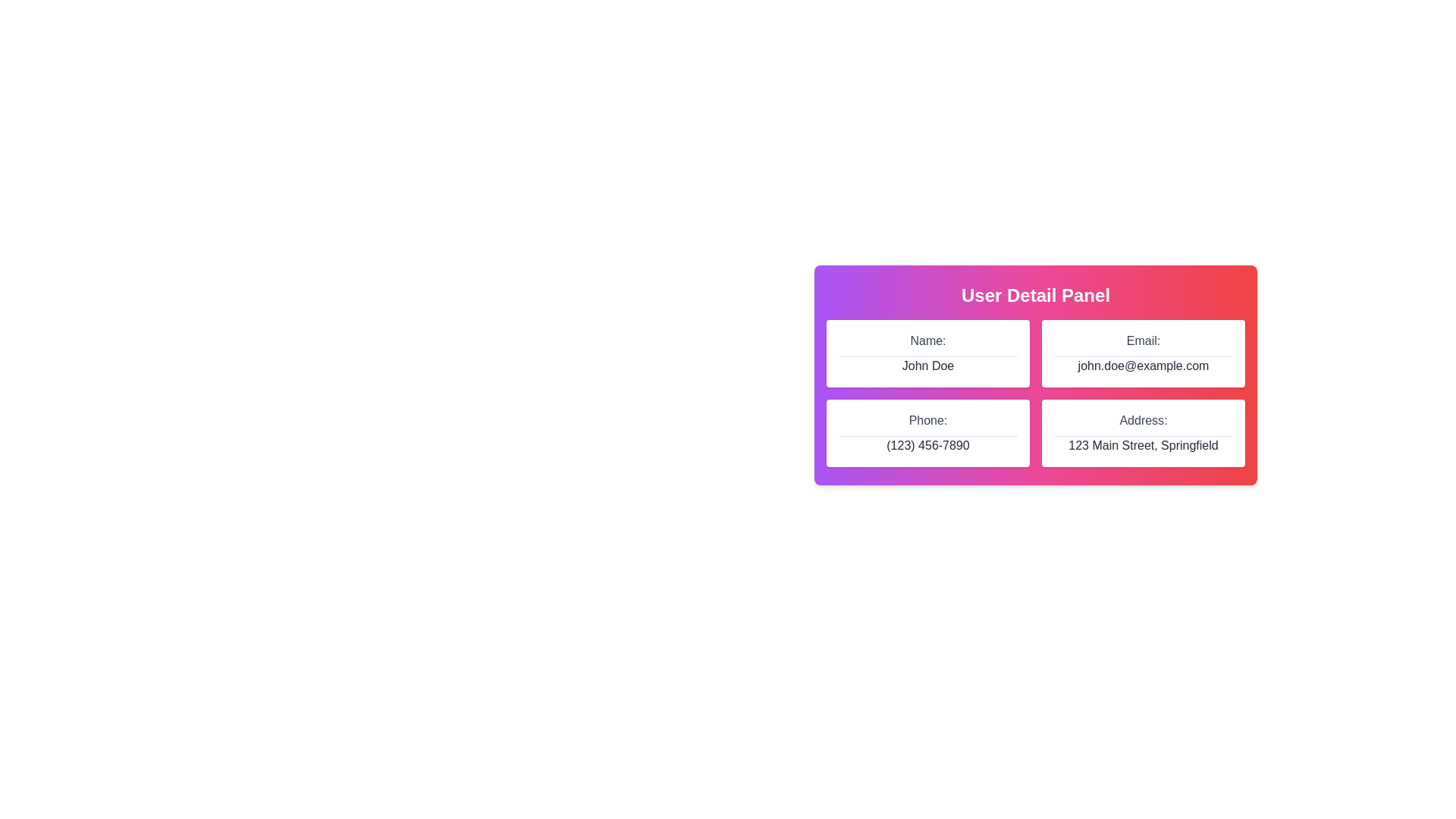  I want to click on the text label displaying 'john.doe@example.com' in the user information panel, which is styled in gray and located in the upper right section of the grid, so click(1143, 366).